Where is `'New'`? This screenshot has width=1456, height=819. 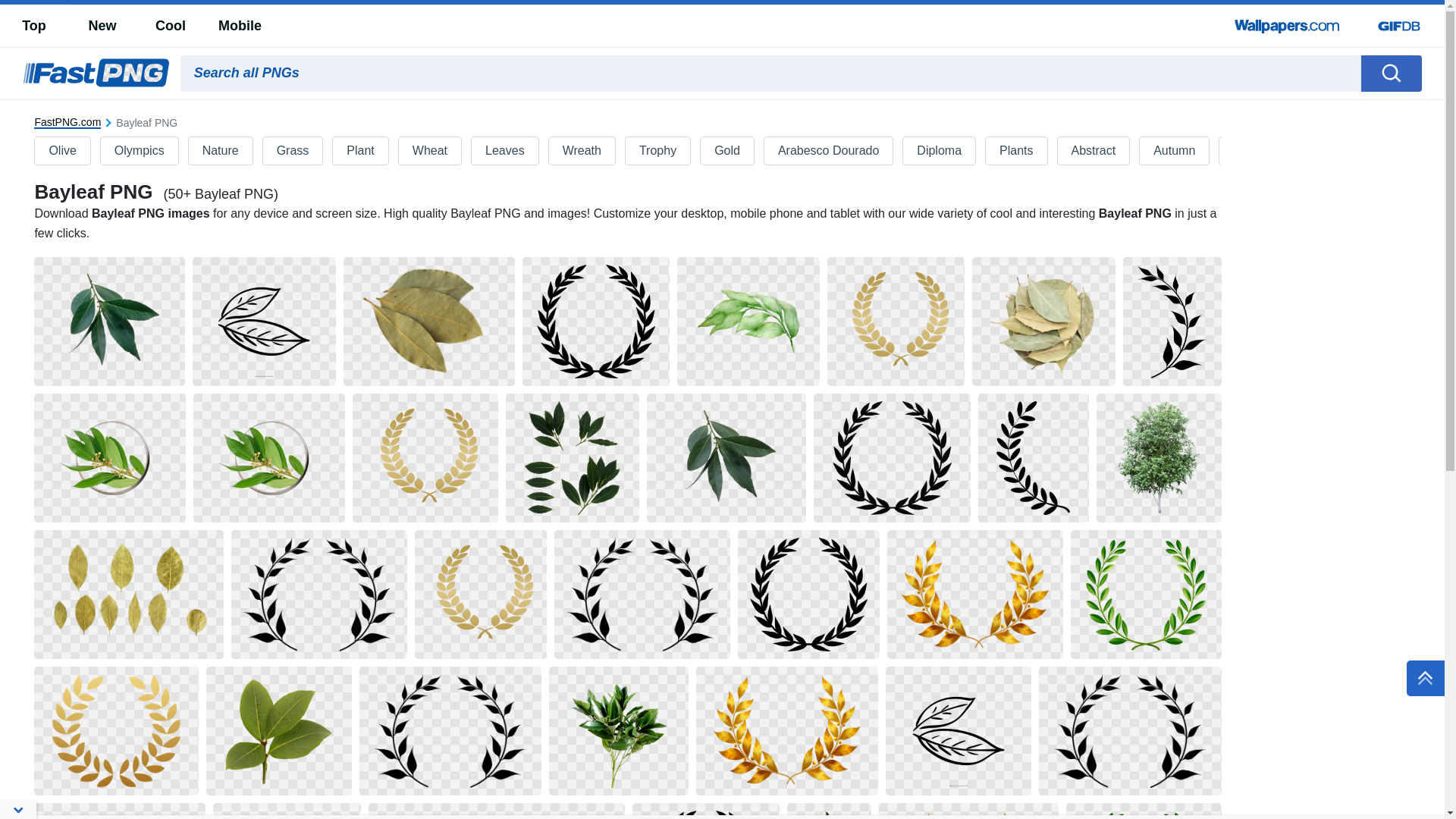 'New' is located at coordinates (101, 26).